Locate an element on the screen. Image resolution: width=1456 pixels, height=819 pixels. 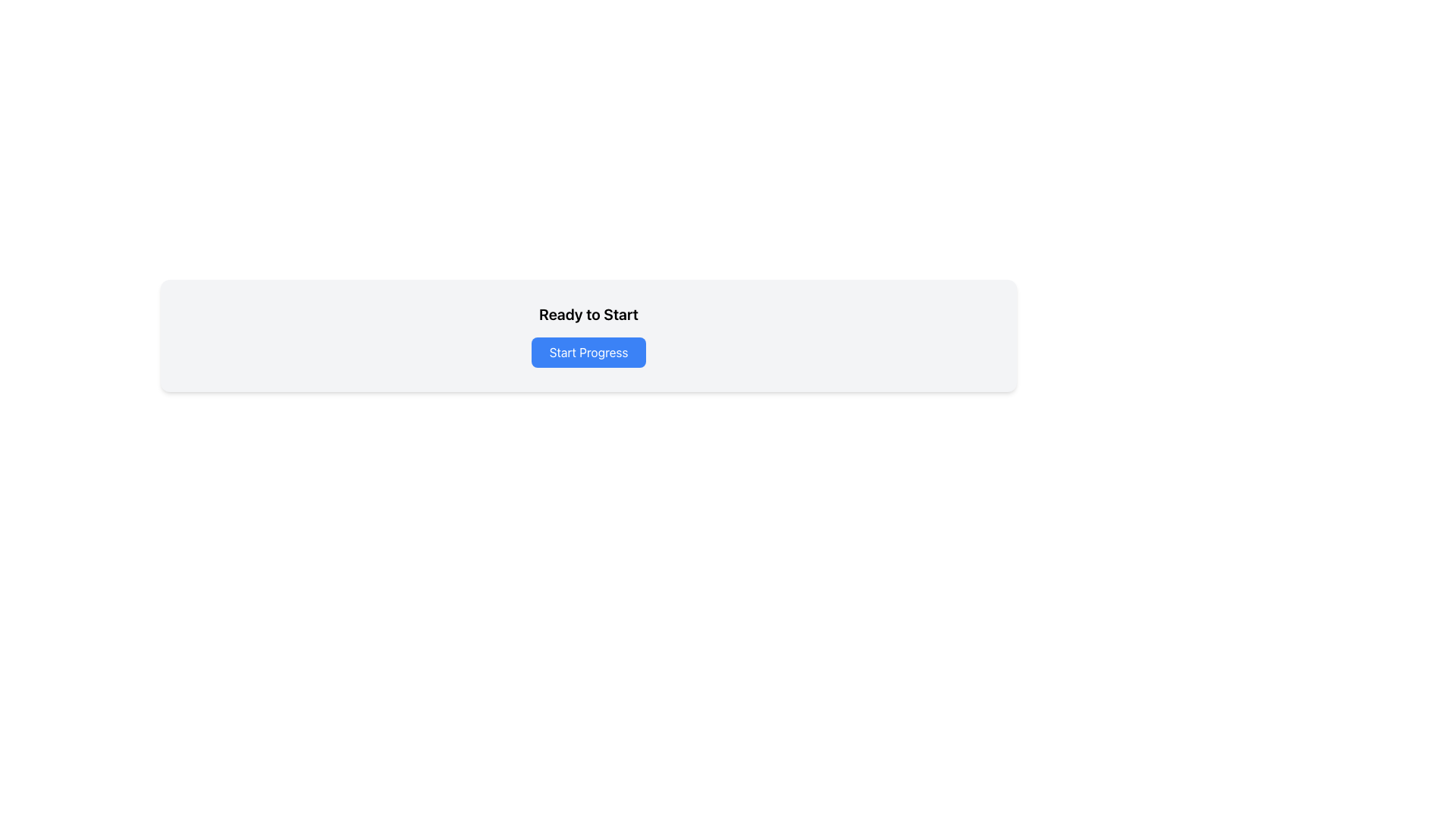
the Text label that serves as a title or header, positioned above the blue button labeled 'Start Progress' is located at coordinates (588, 314).